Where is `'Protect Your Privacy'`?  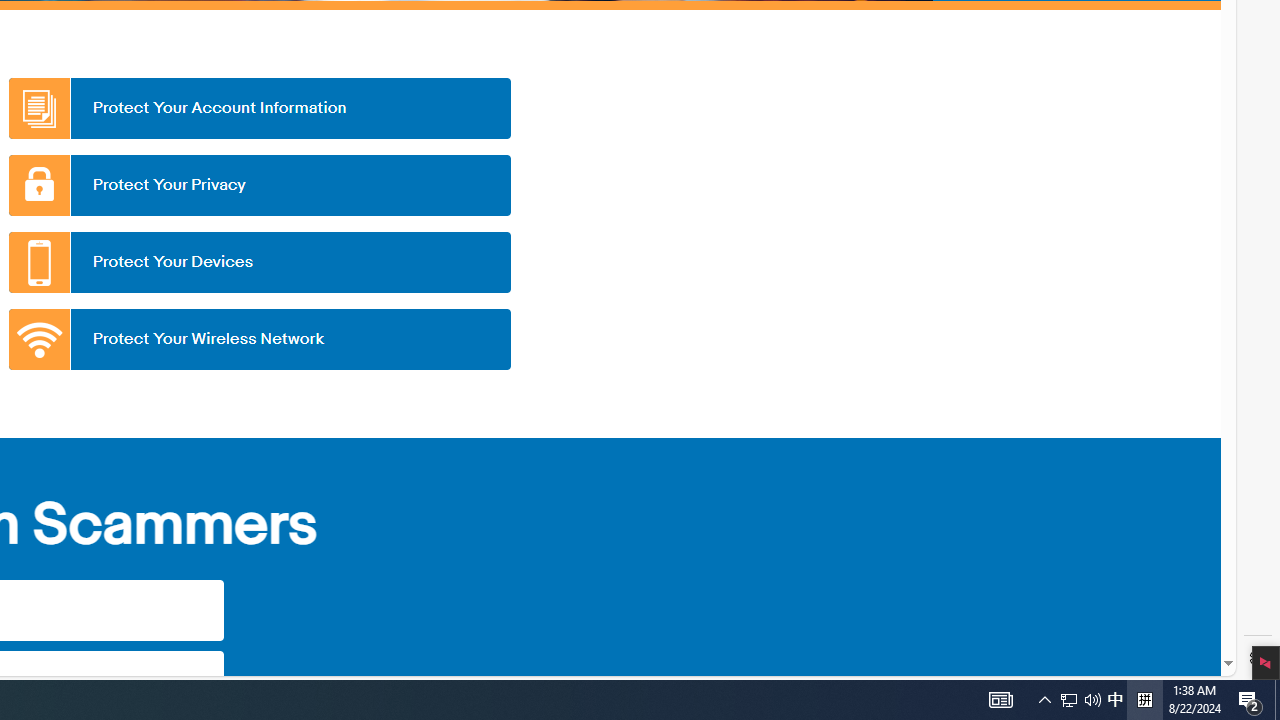 'Protect Your Privacy' is located at coordinates (258, 185).